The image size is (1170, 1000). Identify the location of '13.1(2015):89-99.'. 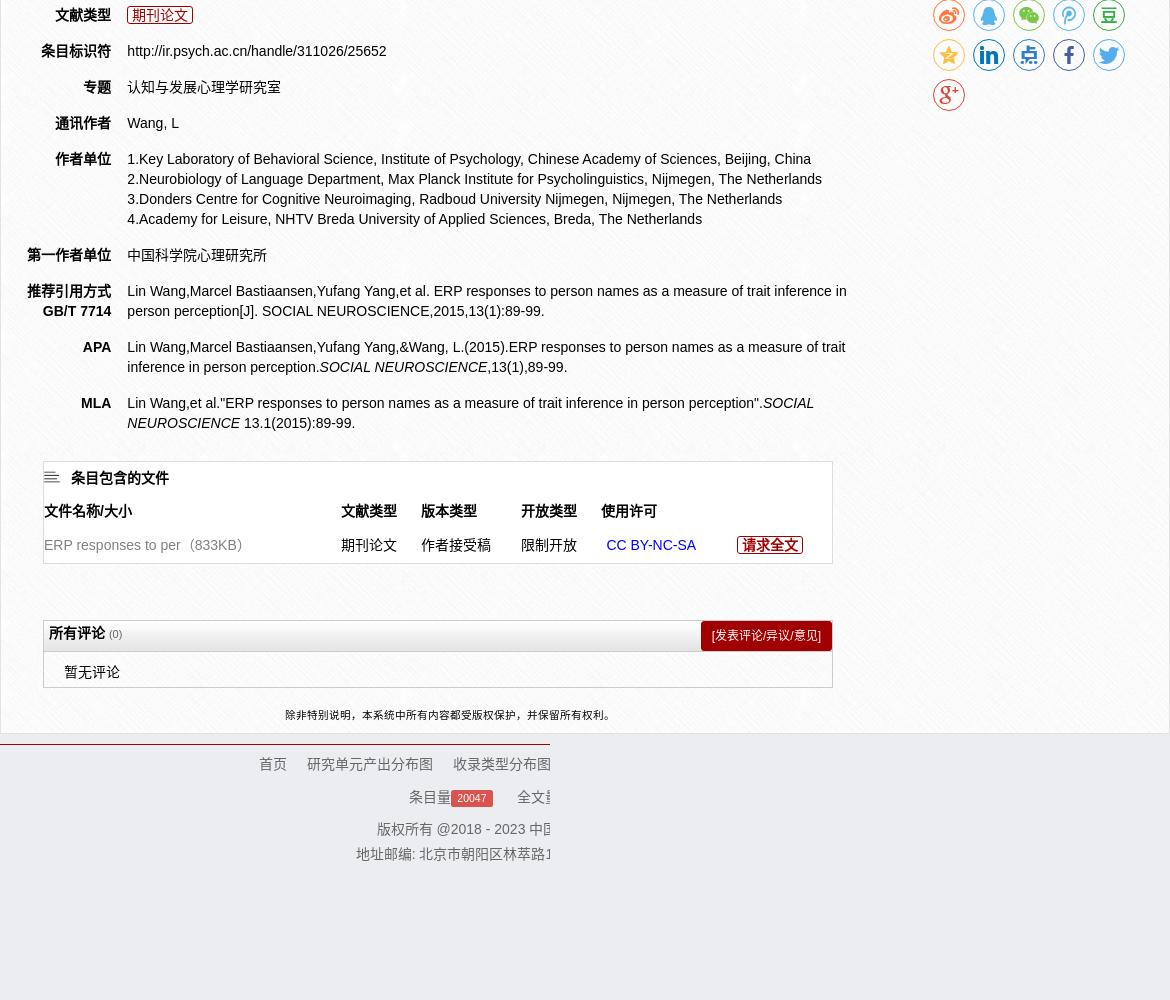
(296, 422).